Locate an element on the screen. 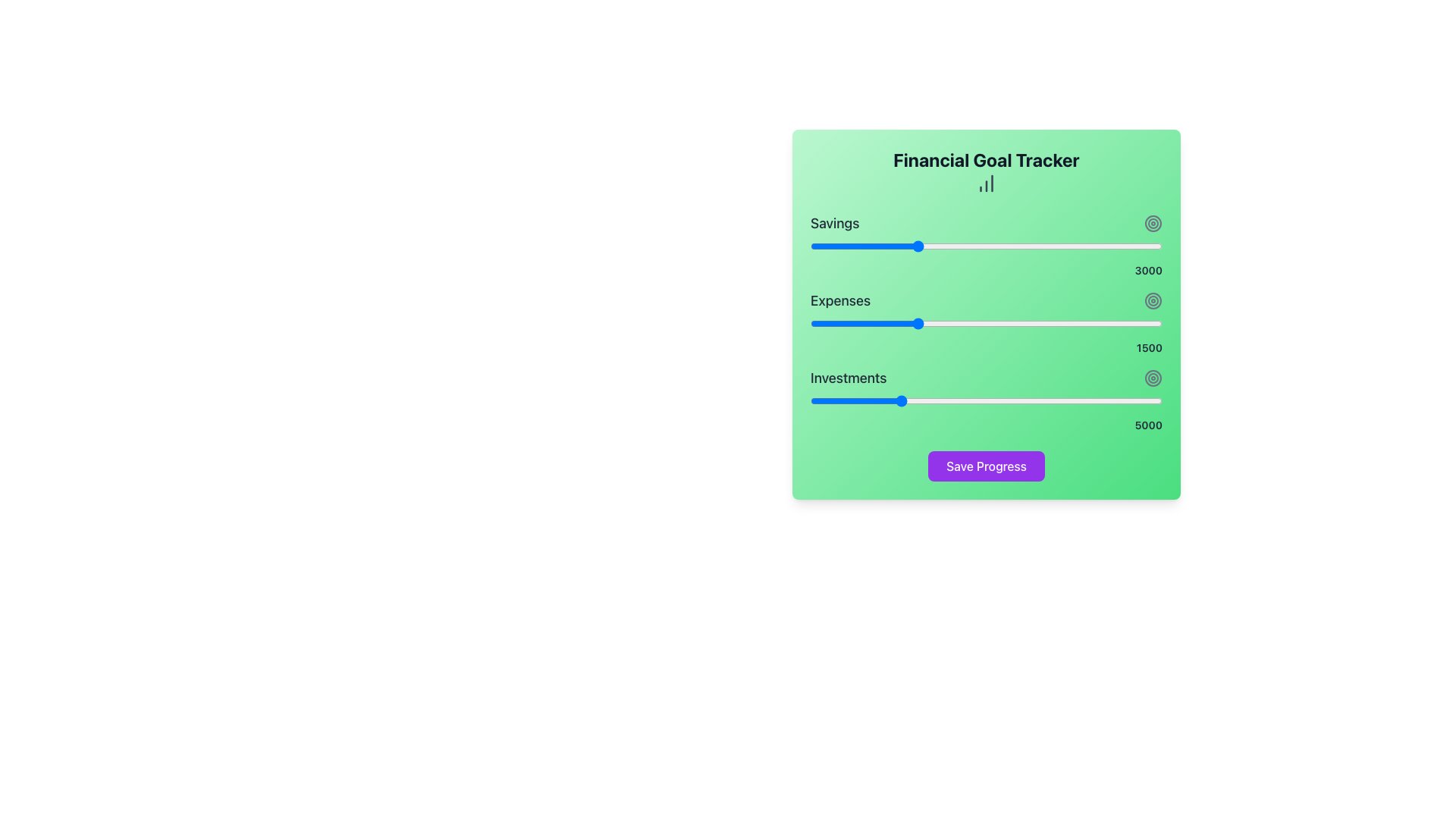 This screenshot has height=819, width=1456. text header located at the top-center of the interface, which informs users about tracking financial goals is located at coordinates (986, 160).